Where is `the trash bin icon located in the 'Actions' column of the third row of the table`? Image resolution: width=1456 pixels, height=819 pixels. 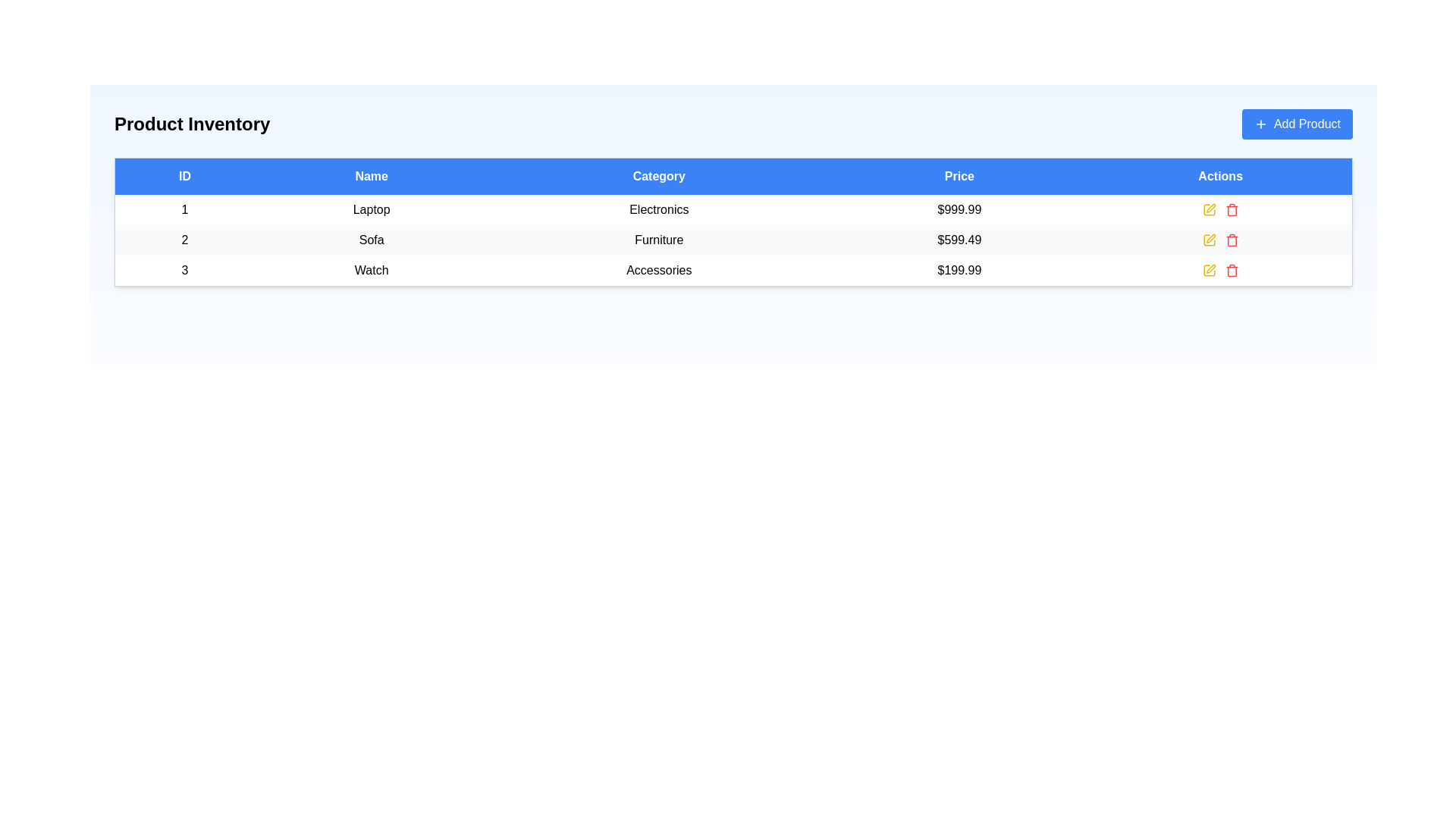
the trash bin icon located in the 'Actions' column of the third row of the table is located at coordinates (1232, 271).